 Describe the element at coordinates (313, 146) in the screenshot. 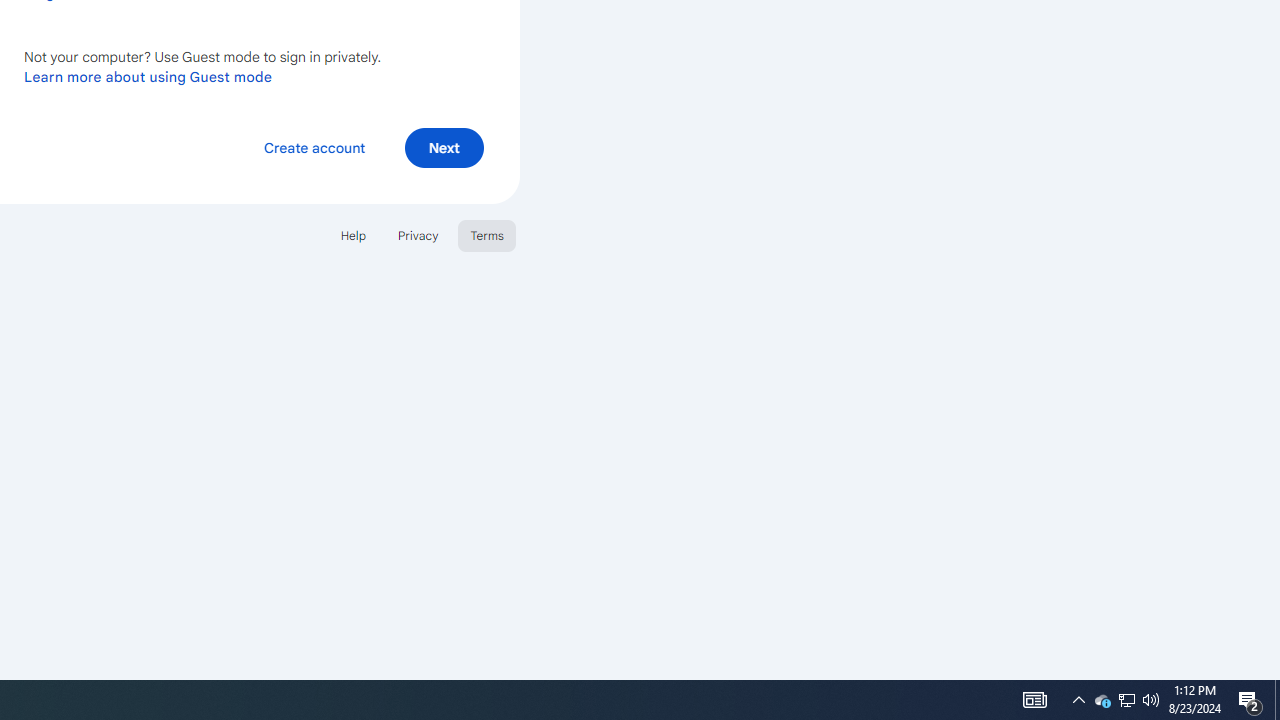

I see `'Create account'` at that location.